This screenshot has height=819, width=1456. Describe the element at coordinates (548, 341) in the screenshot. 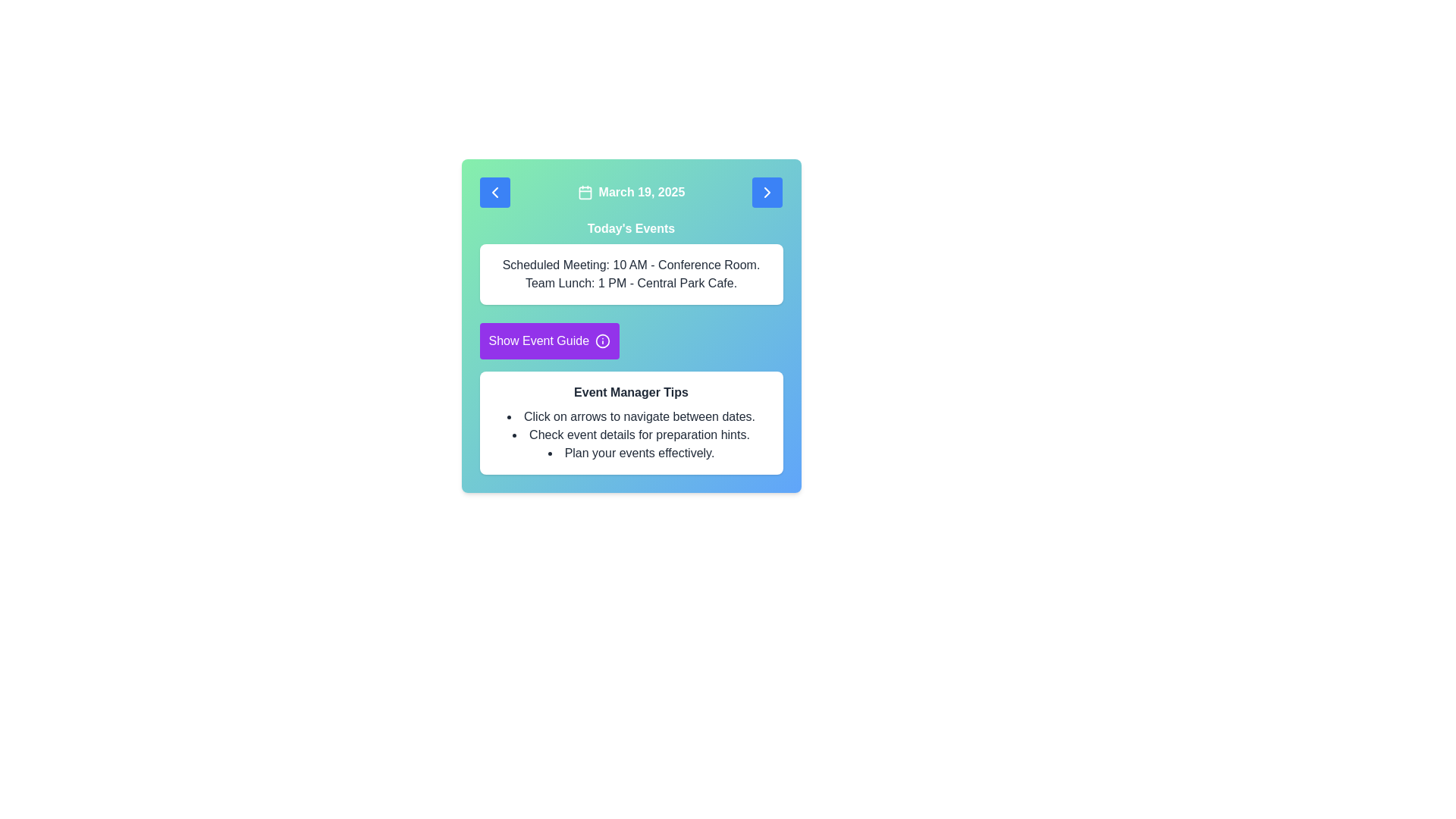

I see `the 'Show Event Guide' button, which has a purple background and is positioned below the 'Today's Events' text block` at that location.